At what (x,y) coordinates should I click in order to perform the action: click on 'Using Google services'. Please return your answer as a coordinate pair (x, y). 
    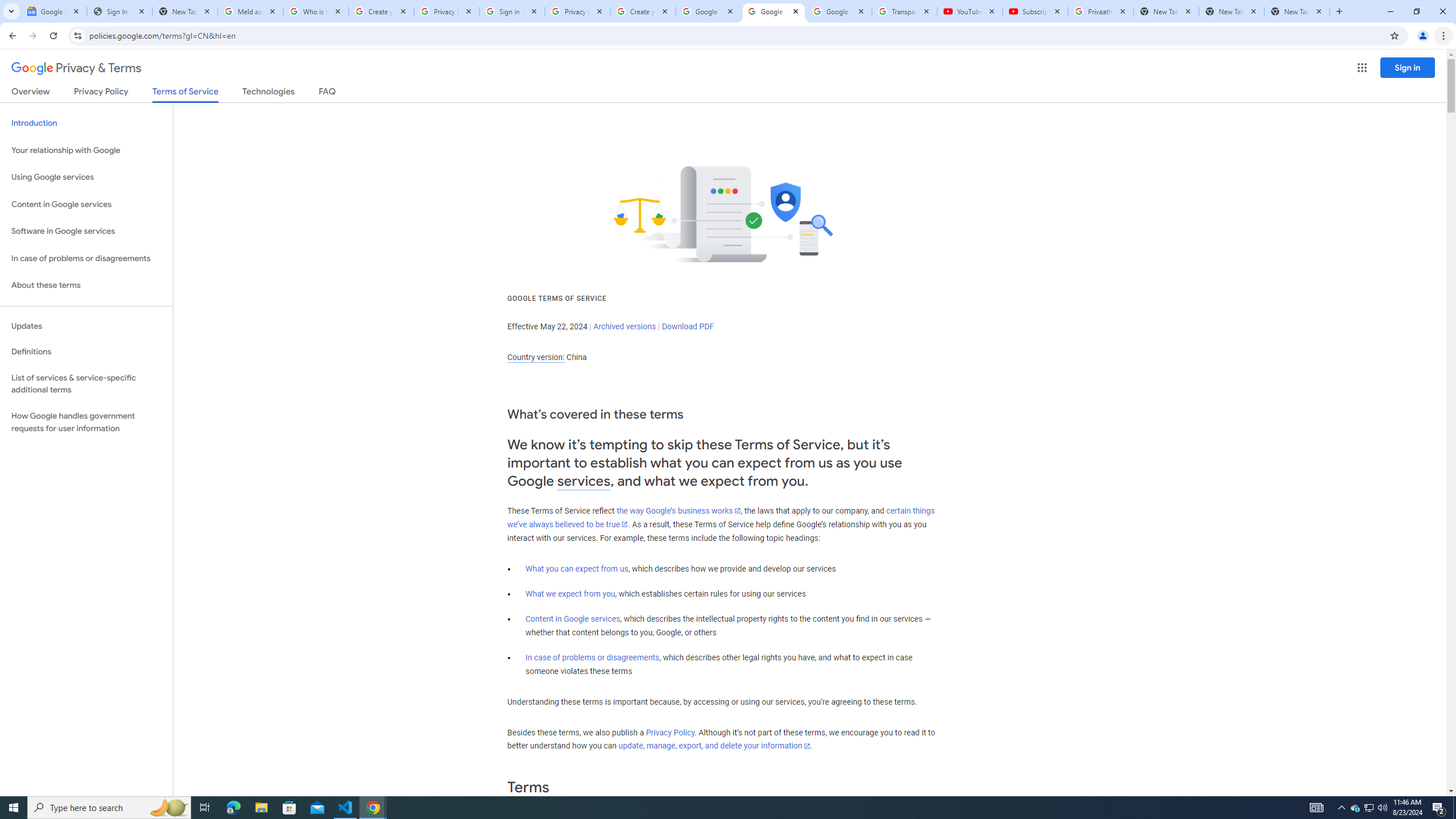
    Looking at the image, I should click on (86, 176).